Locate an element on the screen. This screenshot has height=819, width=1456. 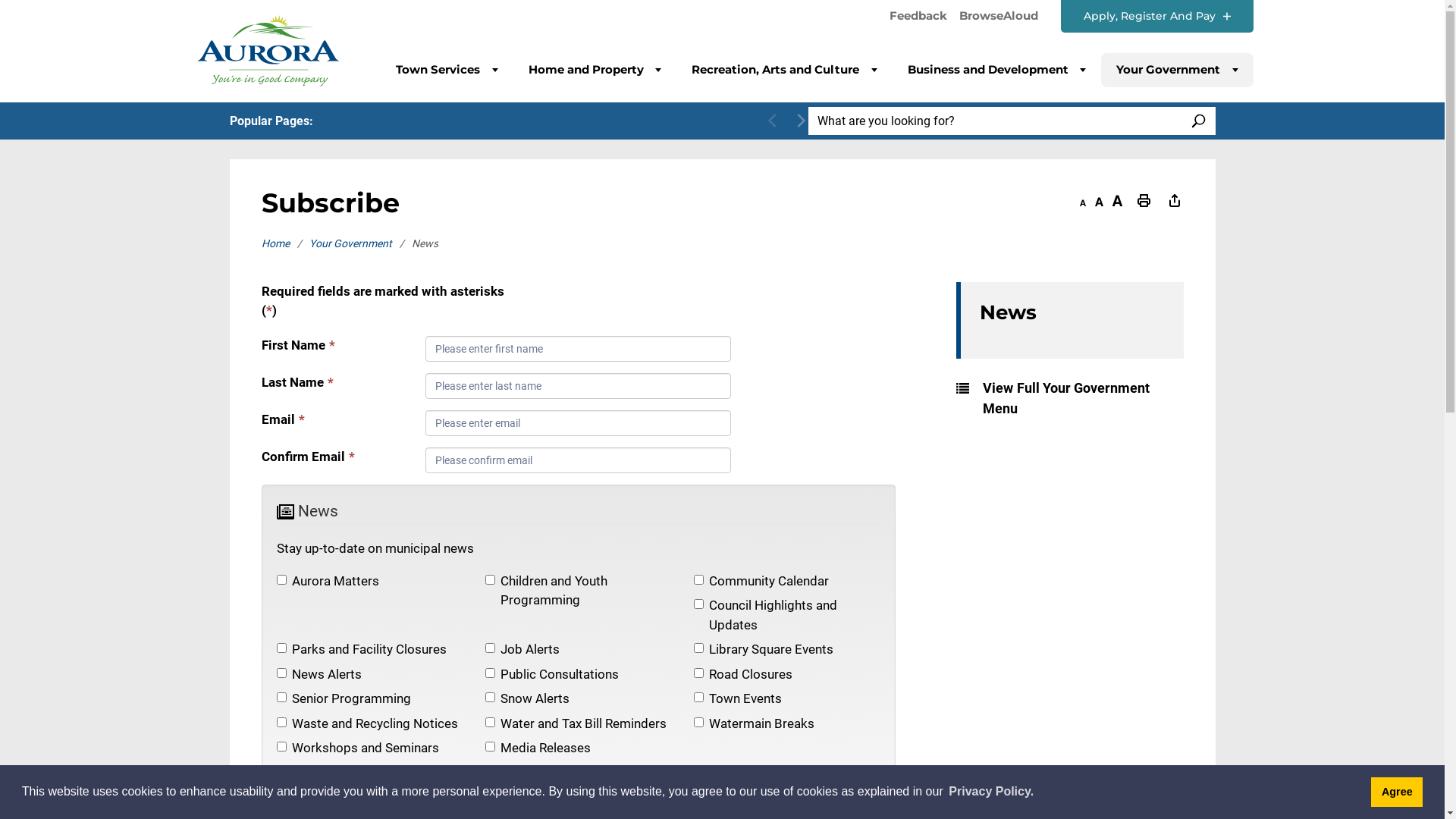
'Print This Page' is located at coordinates (1144, 201).